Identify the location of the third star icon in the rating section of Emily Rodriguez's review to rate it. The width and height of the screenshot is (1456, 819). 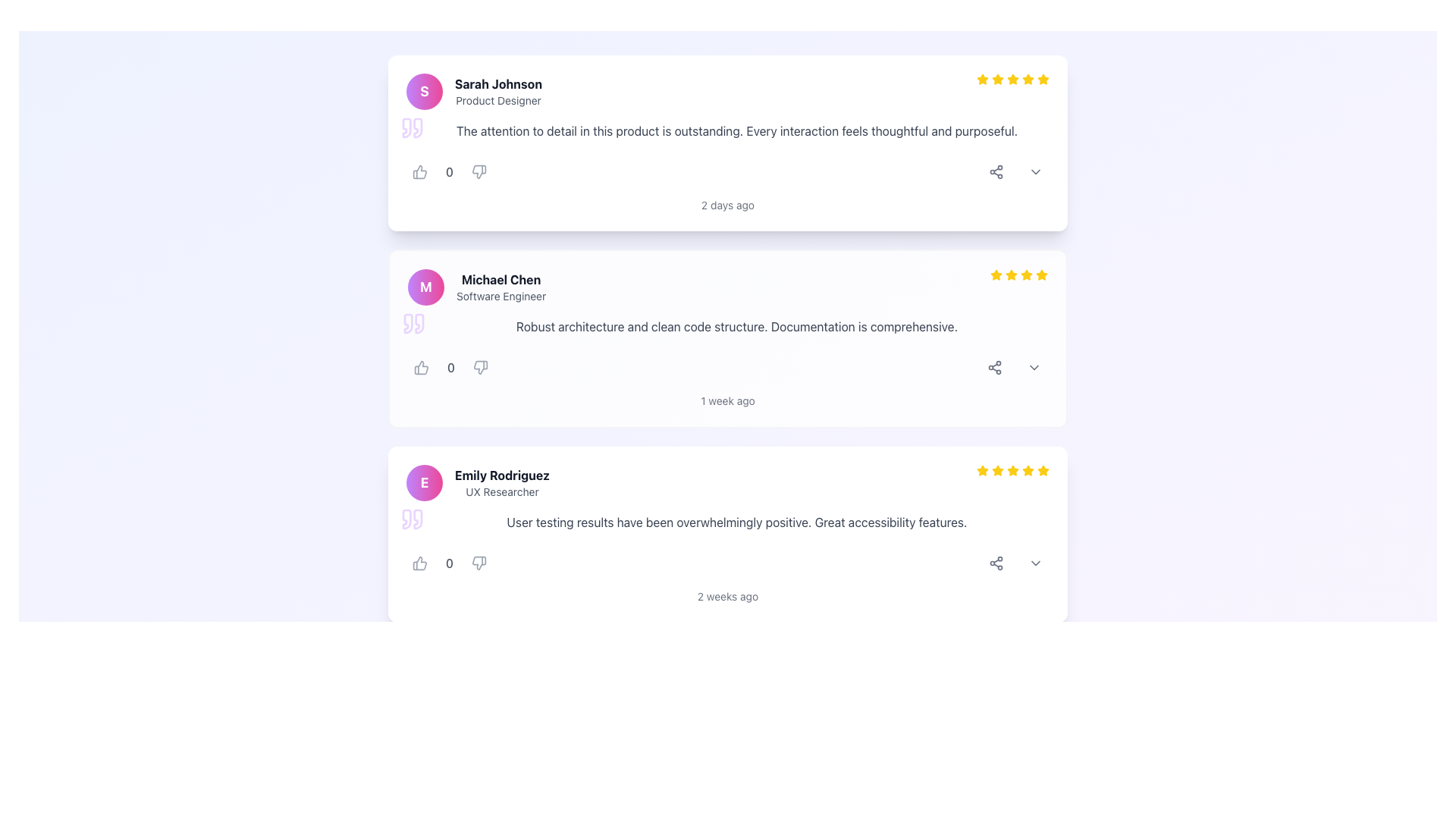
(1012, 470).